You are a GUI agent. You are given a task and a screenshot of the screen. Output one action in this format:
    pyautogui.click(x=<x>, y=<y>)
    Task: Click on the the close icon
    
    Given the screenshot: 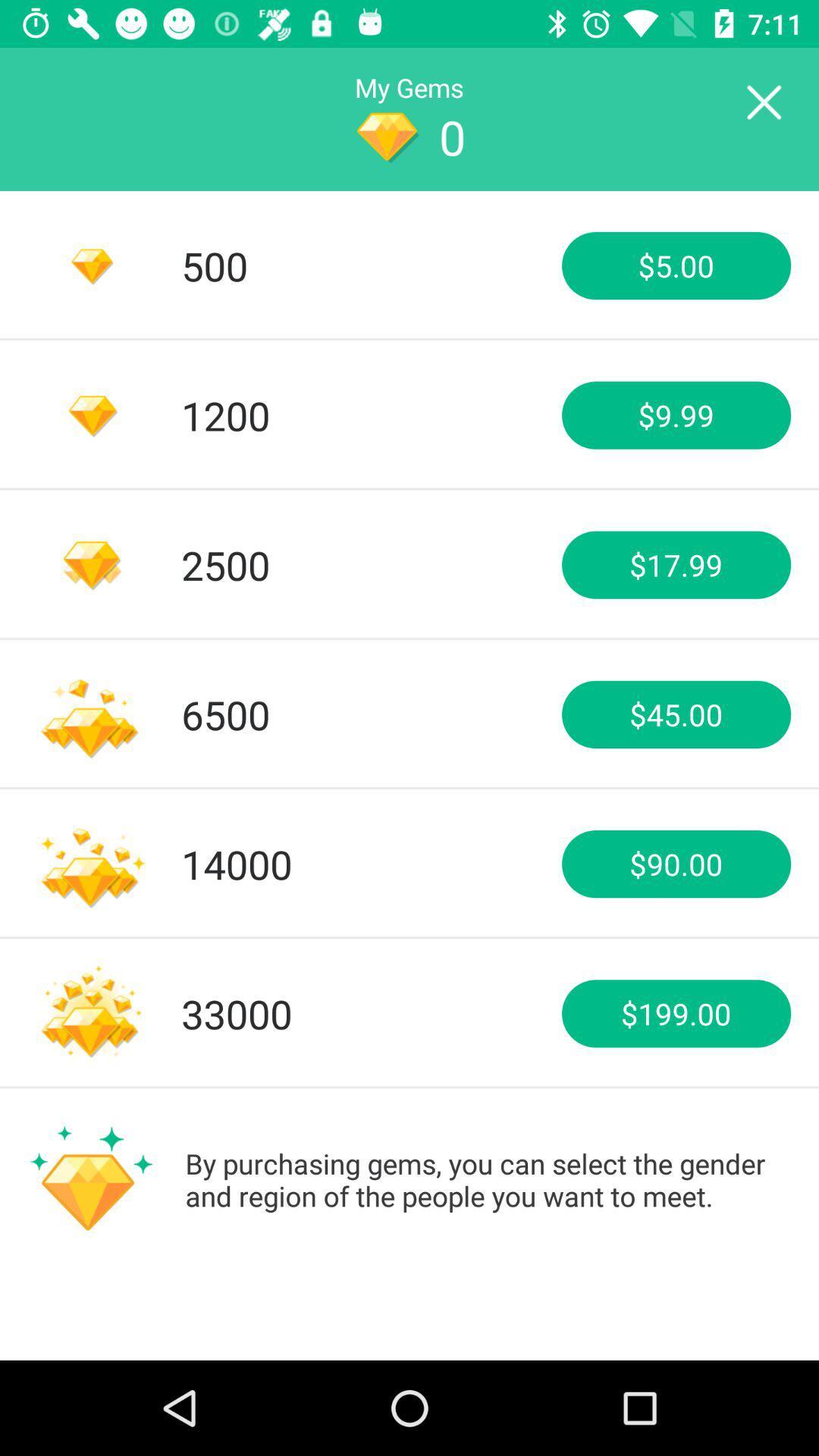 What is the action you would take?
    pyautogui.click(x=763, y=102)
    